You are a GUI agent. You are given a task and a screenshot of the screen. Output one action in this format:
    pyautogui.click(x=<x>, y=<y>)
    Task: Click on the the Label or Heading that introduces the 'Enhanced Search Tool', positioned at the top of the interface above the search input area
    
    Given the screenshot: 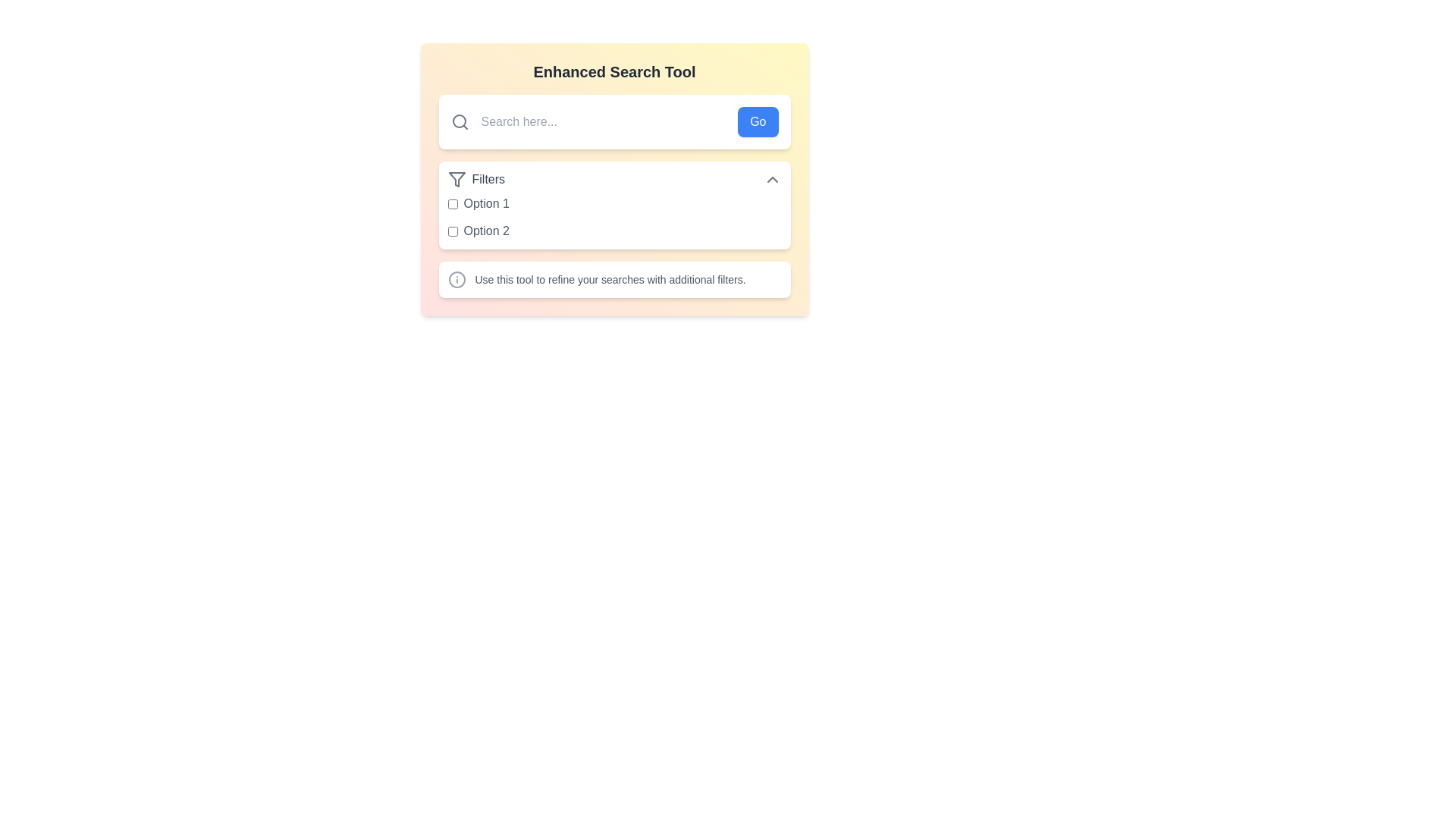 What is the action you would take?
    pyautogui.click(x=614, y=72)
    